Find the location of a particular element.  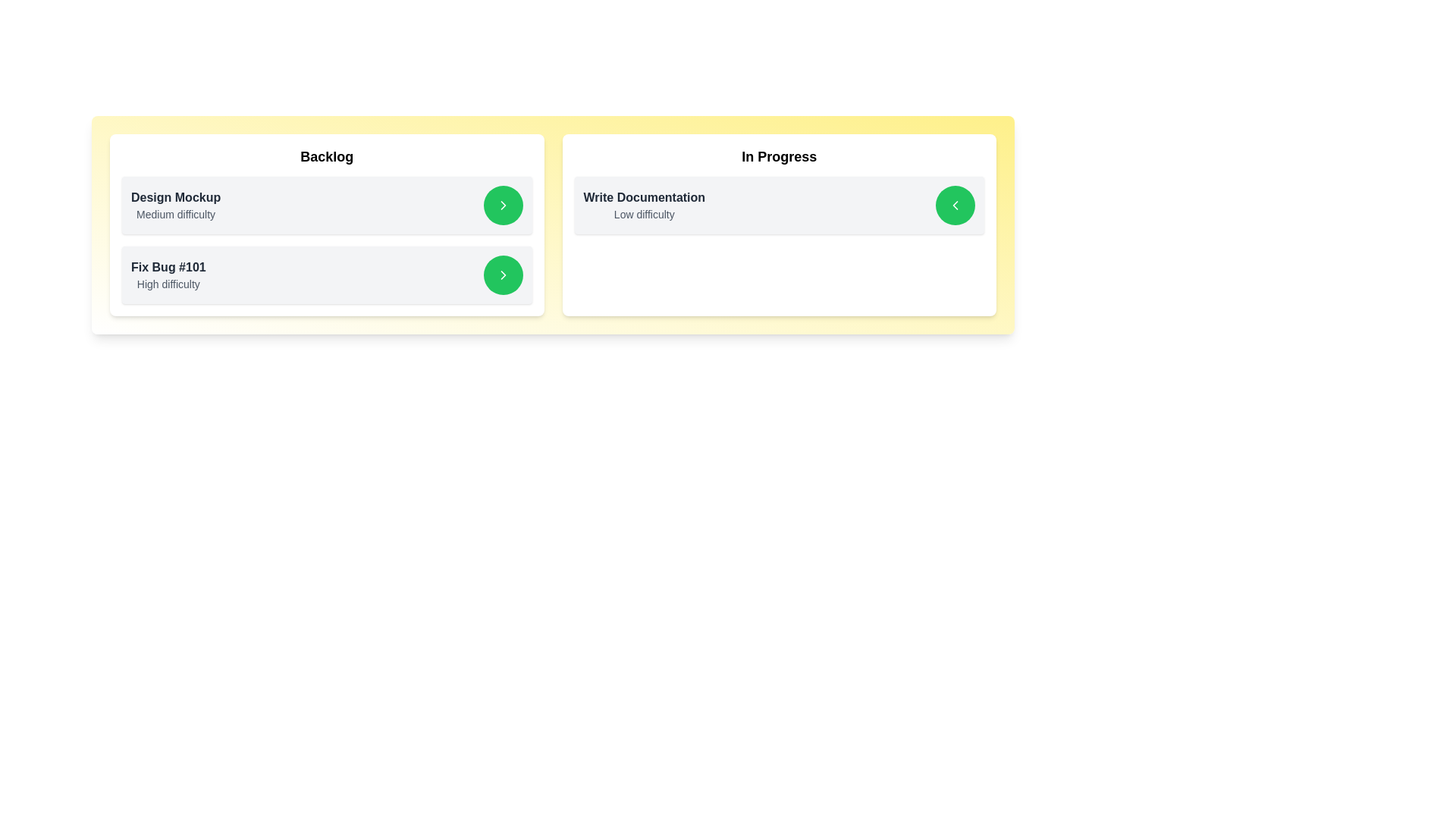

left arrow button next to the 'Write Documentation' task in the 'In Progress' column to move it to the 'Backlog' column is located at coordinates (954, 205).